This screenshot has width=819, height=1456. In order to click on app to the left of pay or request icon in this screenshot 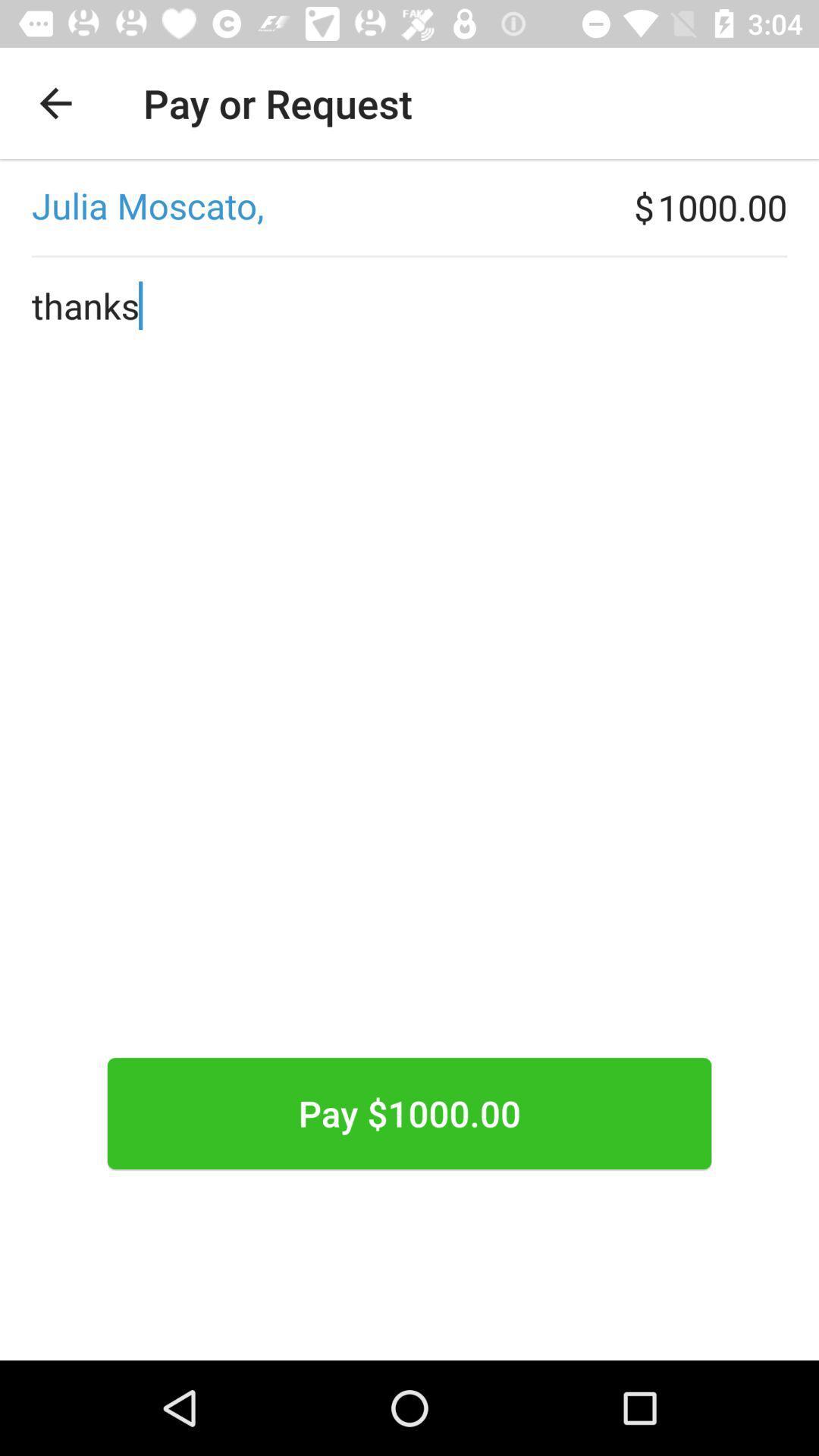, I will do `click(55, 102)`.